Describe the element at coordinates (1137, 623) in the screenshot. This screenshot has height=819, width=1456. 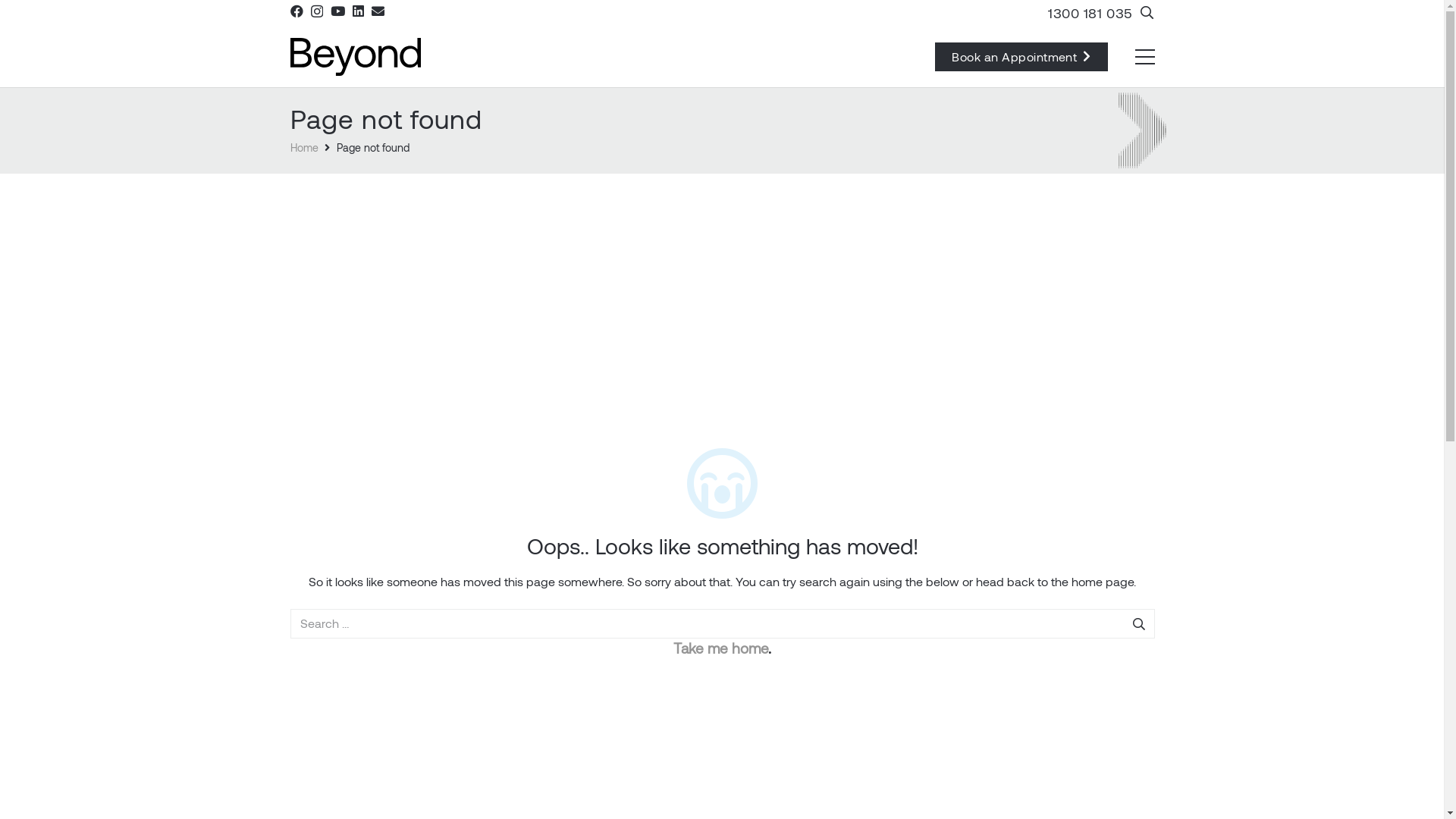
I see `'Search'` at that location.